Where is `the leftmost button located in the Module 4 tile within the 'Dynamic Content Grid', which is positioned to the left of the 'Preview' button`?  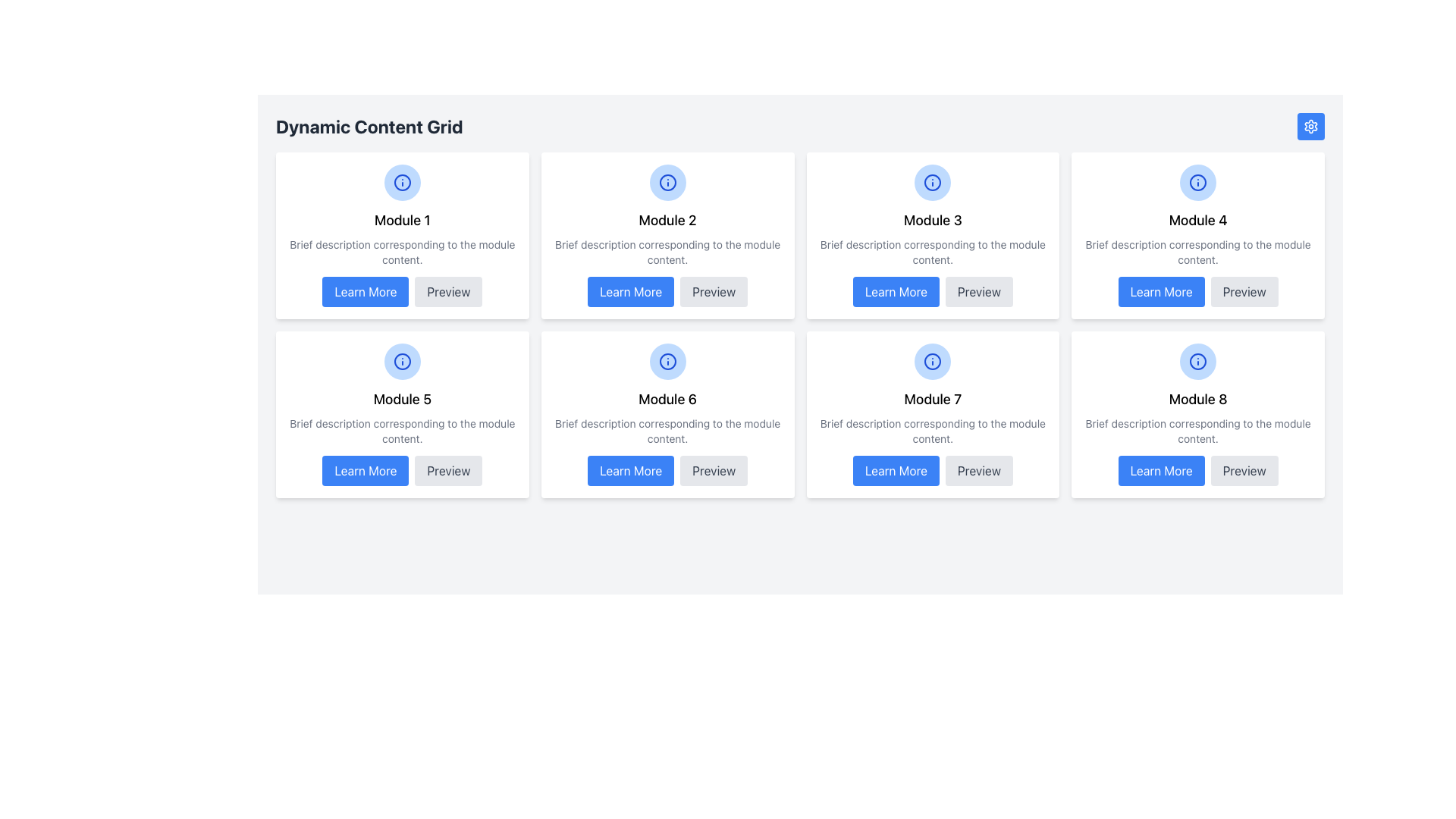 the leftmost button located in the Module 4 tile within the 'Dynamic Content Grid', which is positioned to the left of the 'Preview' button is located at coordinates (1160, 292).